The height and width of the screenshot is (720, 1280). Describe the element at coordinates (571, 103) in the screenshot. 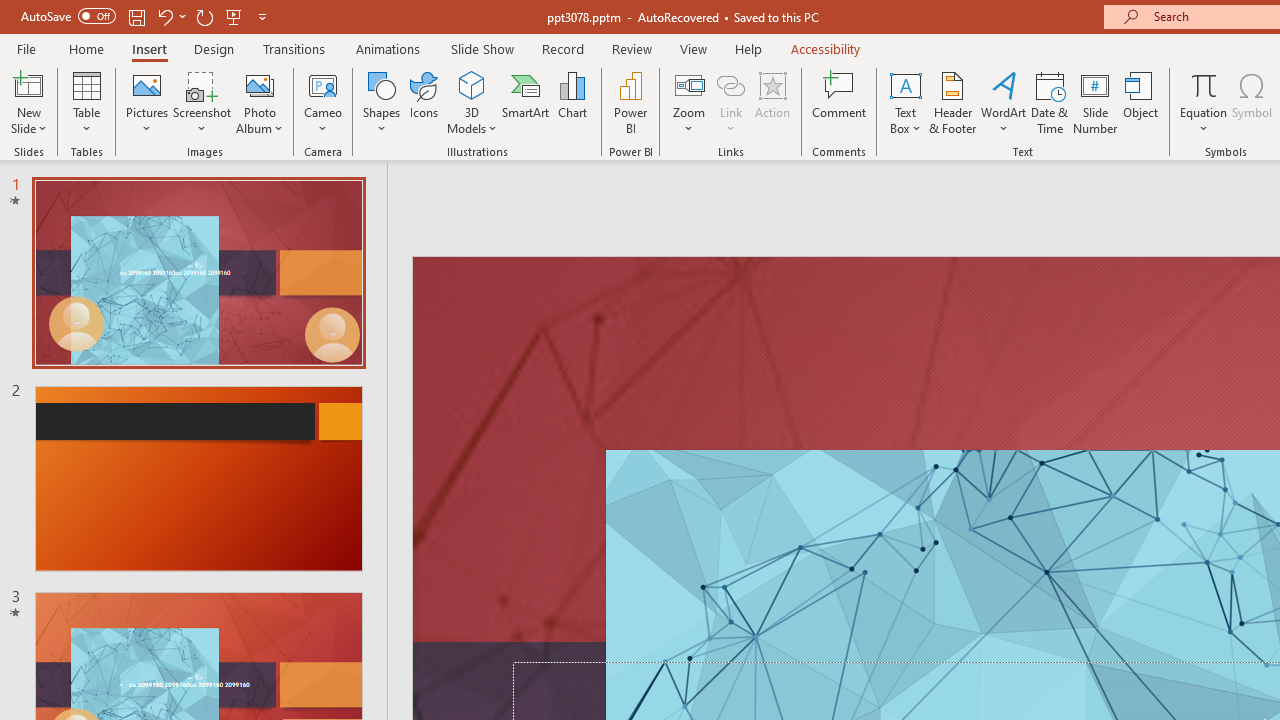

I see `'Chart...'` at that location.